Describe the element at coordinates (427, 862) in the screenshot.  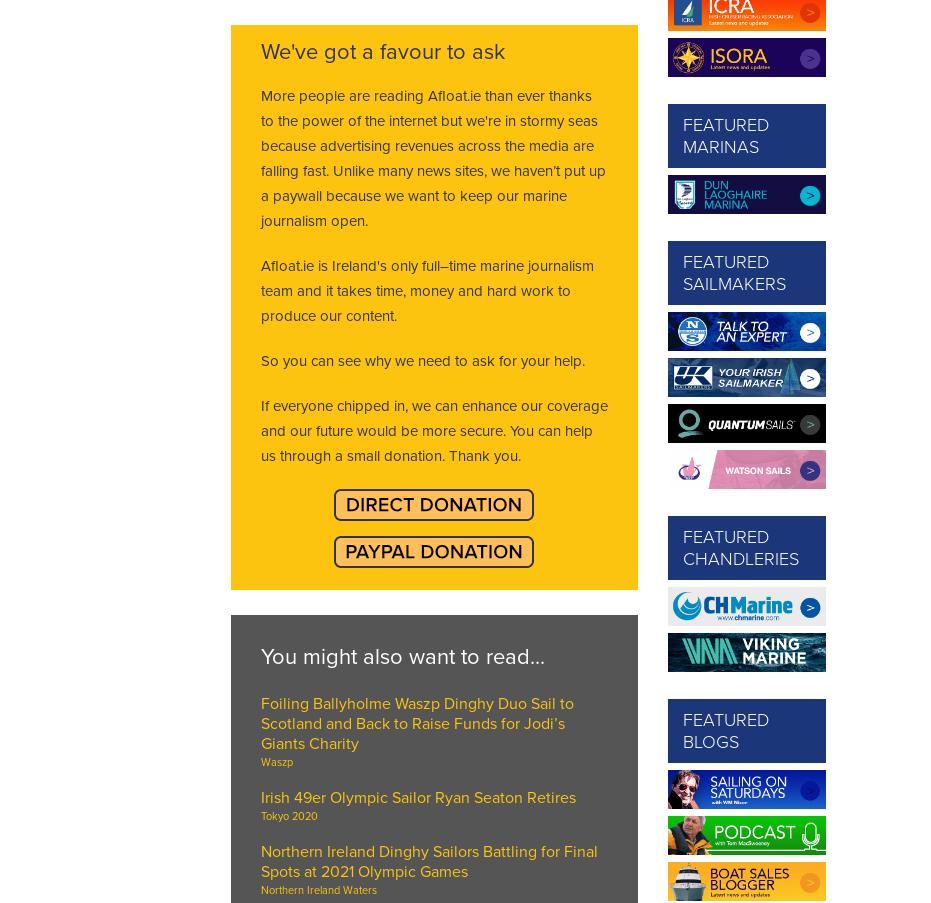
I see `'Northern Ireland Dinghy Sailors Battling for Final Spots at 2021 Olympic Games'` at that location.